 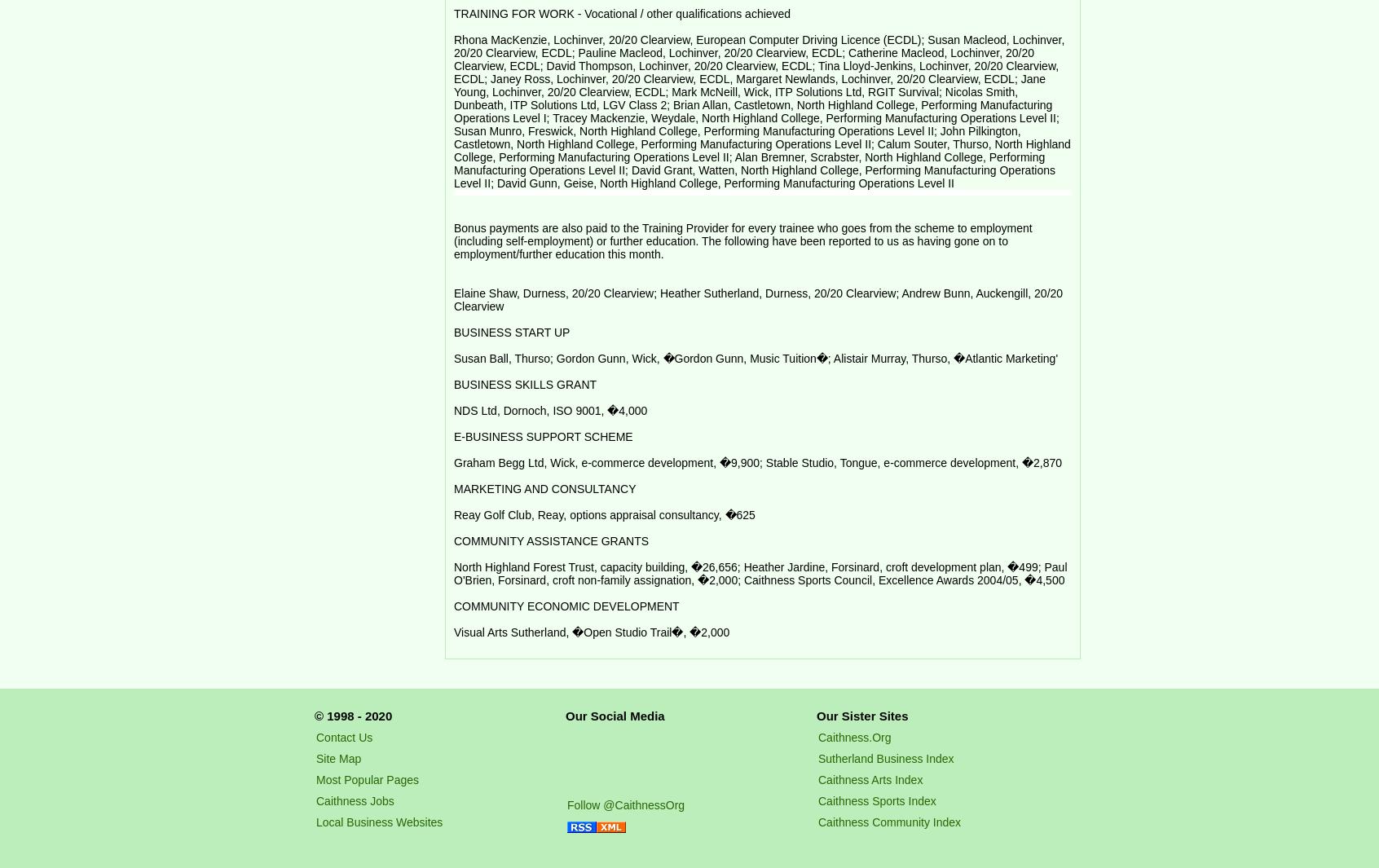 What do you see at coordinates (614, 715) in the screenshot?
I see `'Our Social Media'` at bounding box center [614, 715].